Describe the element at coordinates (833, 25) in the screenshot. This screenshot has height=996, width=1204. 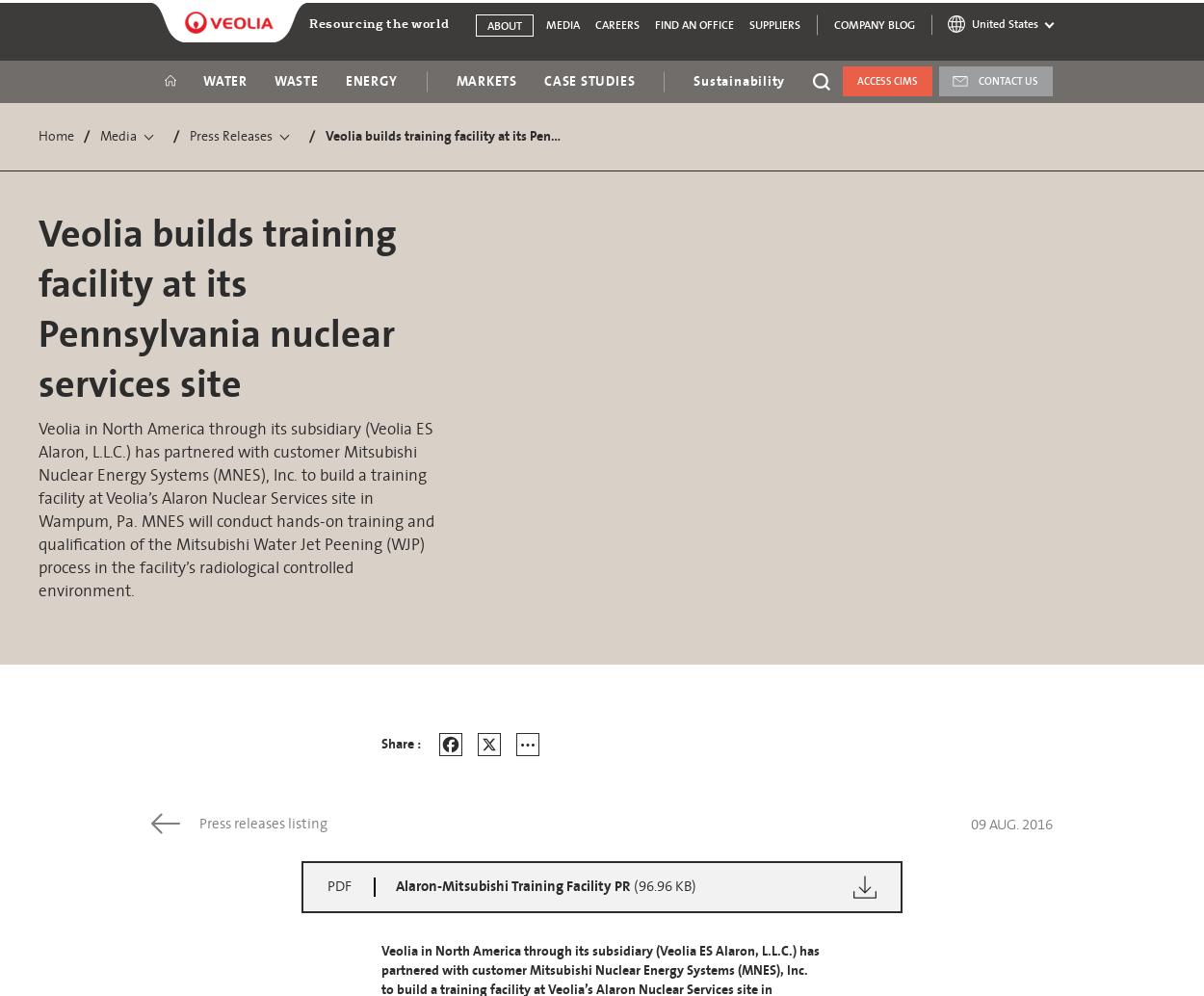
I see `'Company Blog'` at that location.